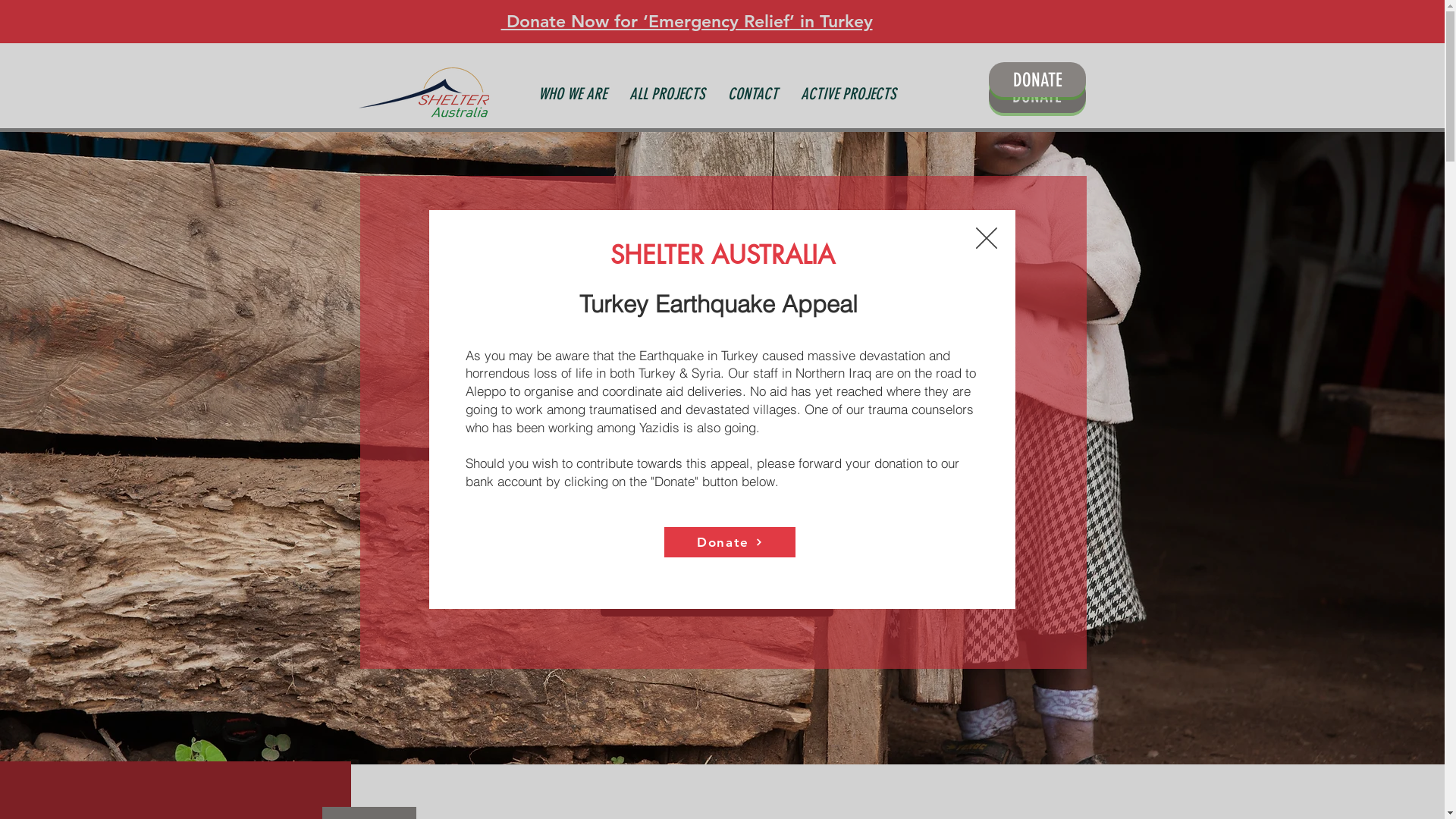 This screenshot has width=1456, height=819. I want to click on 'DONATE', so click(1037, 79).